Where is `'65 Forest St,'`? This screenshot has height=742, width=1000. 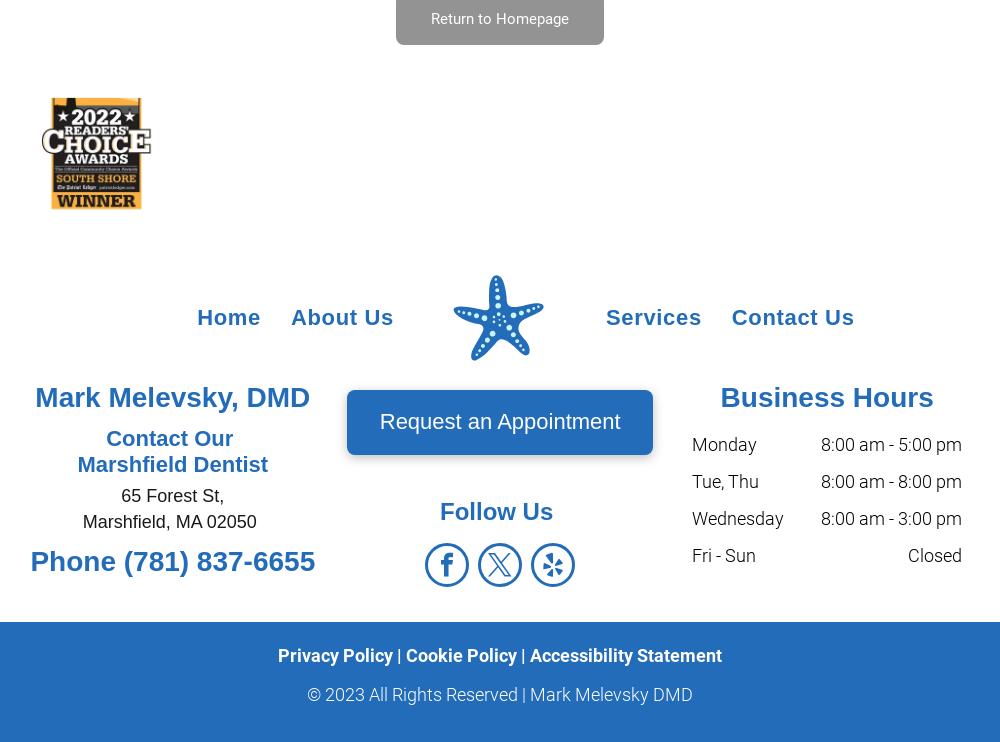 '65 Forest St,' is located at coordinates (172, 493).